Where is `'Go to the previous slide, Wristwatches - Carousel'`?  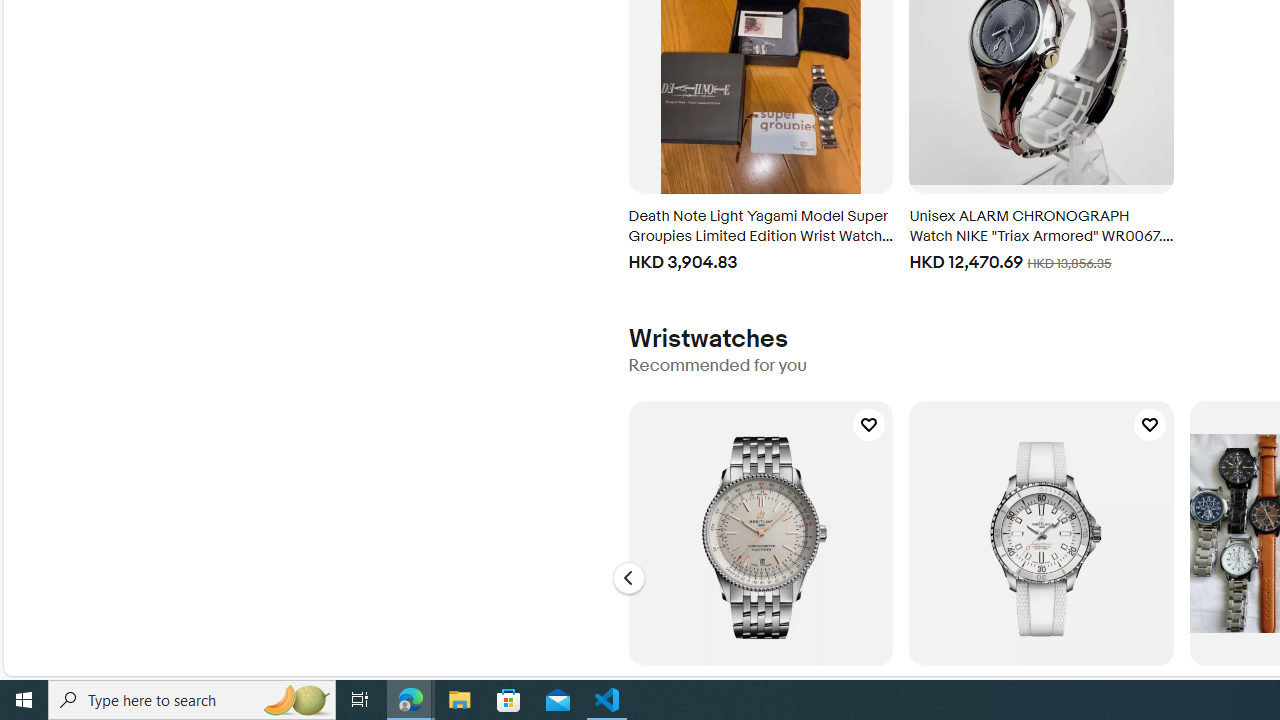
'Go to the previous slide, Wristwatches - Carousel' is located at coordinates (627, 578).